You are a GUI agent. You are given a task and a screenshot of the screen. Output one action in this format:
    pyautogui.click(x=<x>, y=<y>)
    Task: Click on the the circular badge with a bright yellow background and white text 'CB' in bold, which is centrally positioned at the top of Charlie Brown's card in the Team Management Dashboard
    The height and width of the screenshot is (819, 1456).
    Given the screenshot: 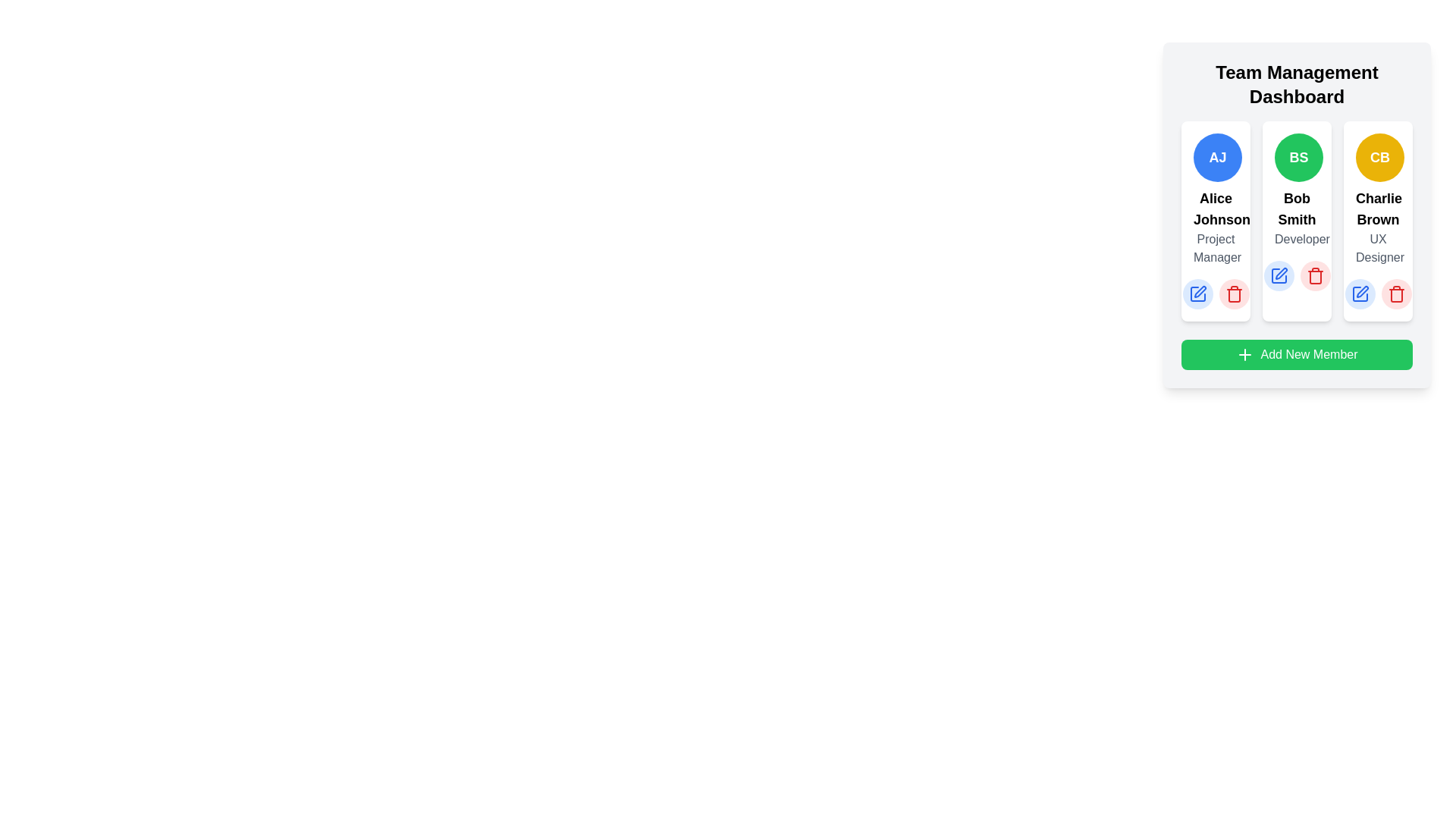 What is the action you would take?
    pyautogui.click(x=1379, y=158)
    